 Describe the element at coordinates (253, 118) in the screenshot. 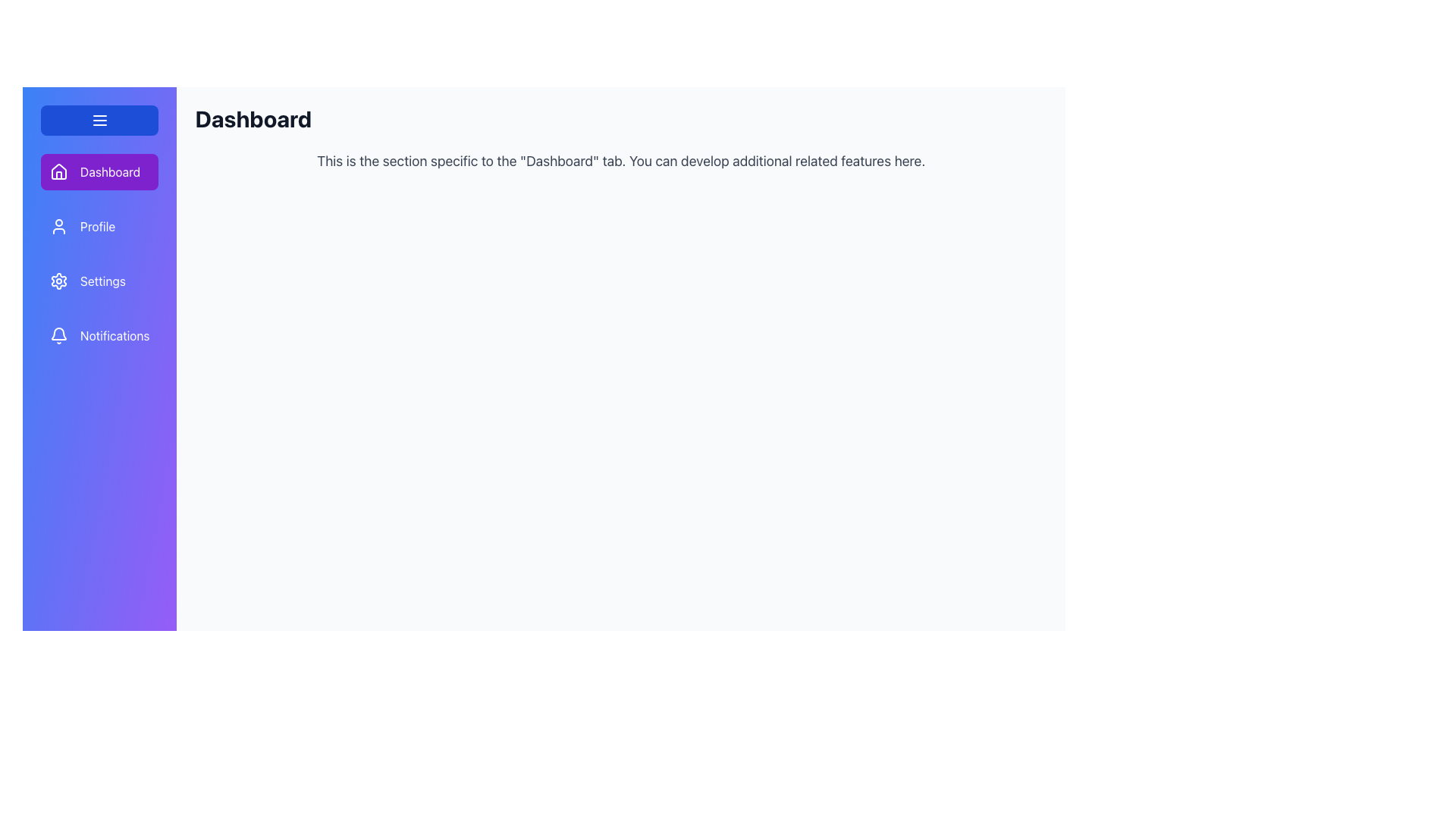

I see `the title text labeled 'Dashboard', which is bold, large, and aligned to the left at the top of the content area` at that location.